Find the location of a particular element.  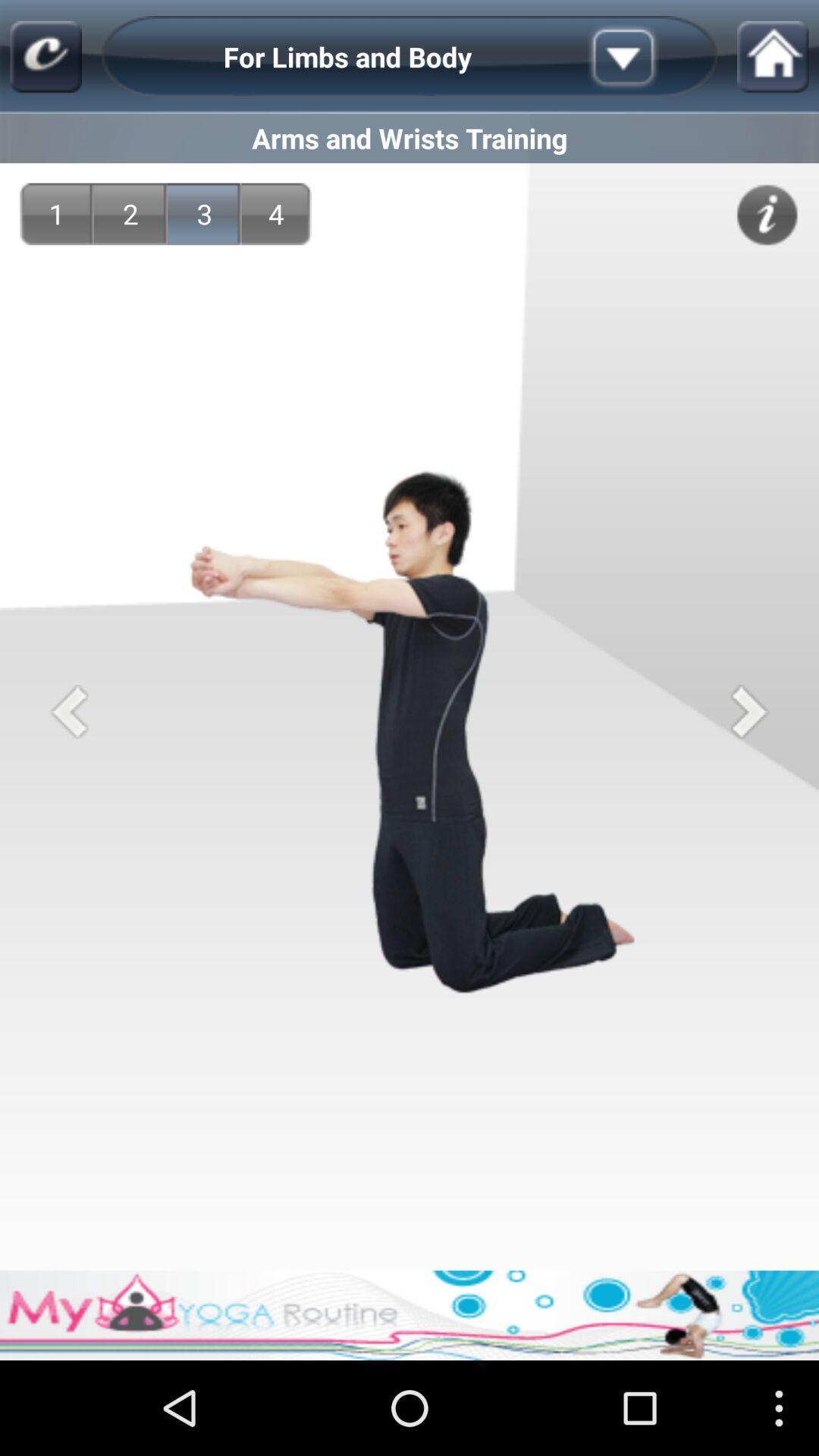

the icon below arms and wrists icon is located at coordinates (130, 213).